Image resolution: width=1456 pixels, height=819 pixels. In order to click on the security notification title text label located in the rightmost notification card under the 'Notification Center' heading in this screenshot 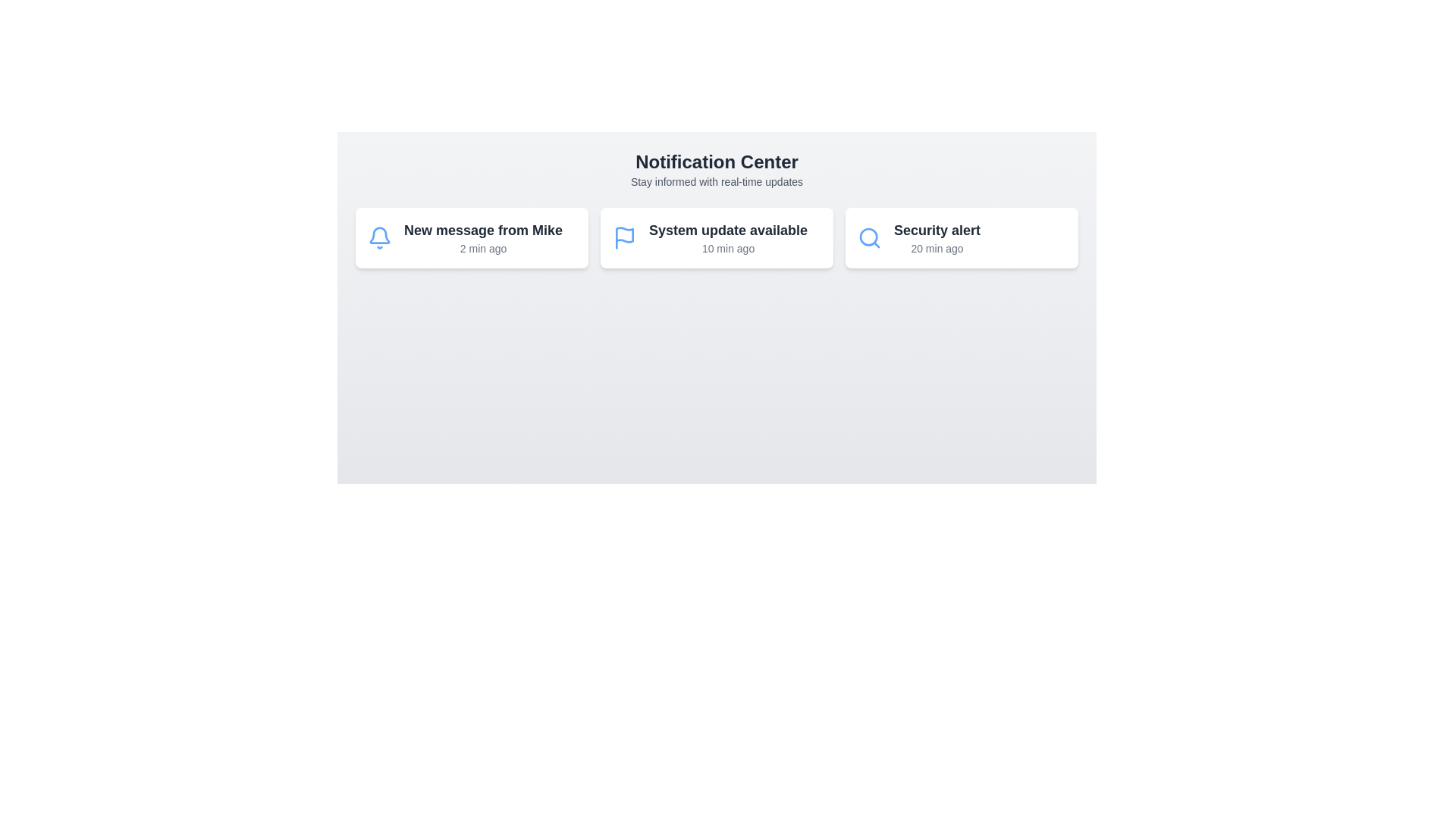, I will do `click(937, 231)`.